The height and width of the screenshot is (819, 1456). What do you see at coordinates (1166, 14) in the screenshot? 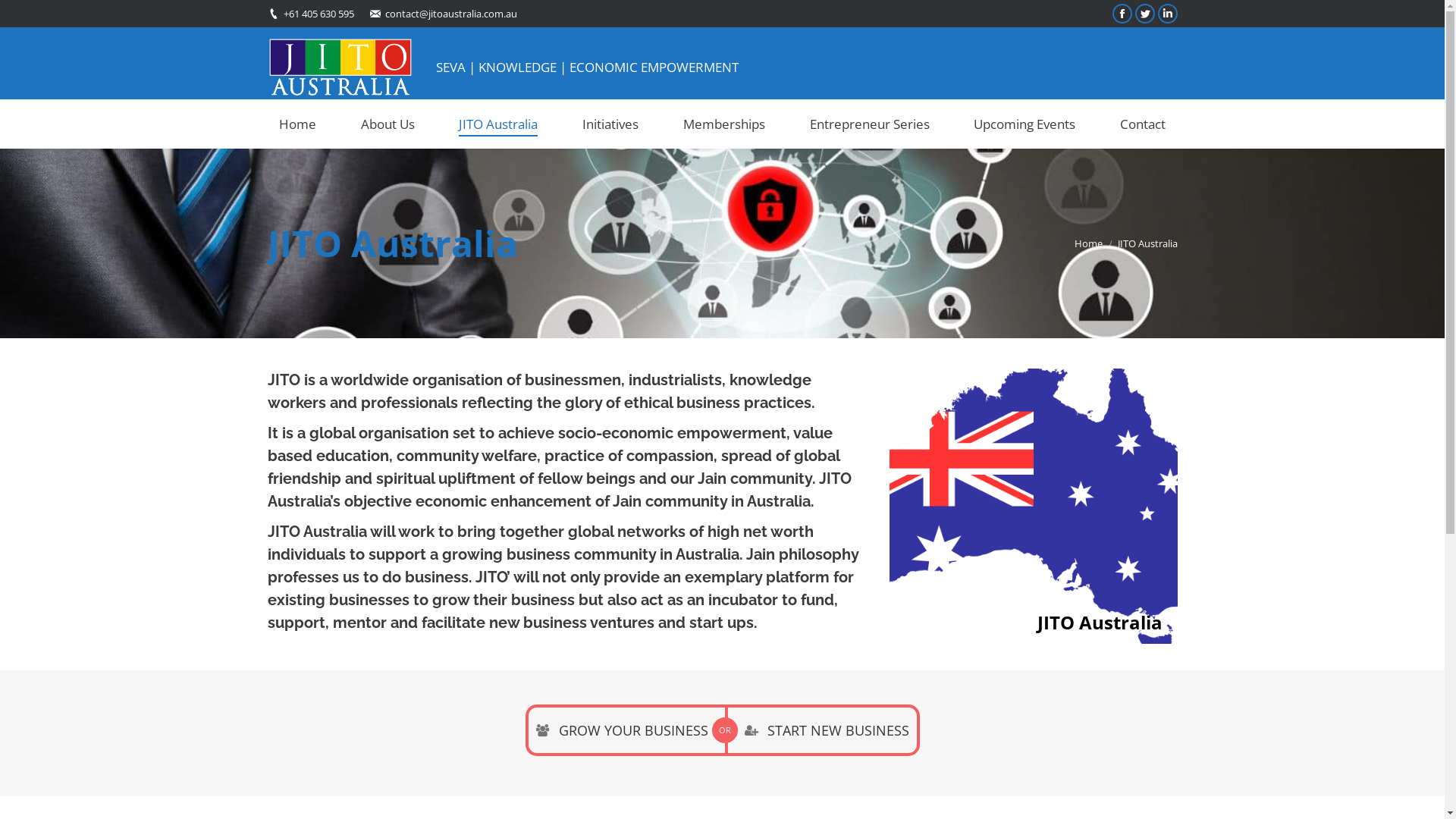
I see `'Linkedin'` at bounding box center [1166, 14].